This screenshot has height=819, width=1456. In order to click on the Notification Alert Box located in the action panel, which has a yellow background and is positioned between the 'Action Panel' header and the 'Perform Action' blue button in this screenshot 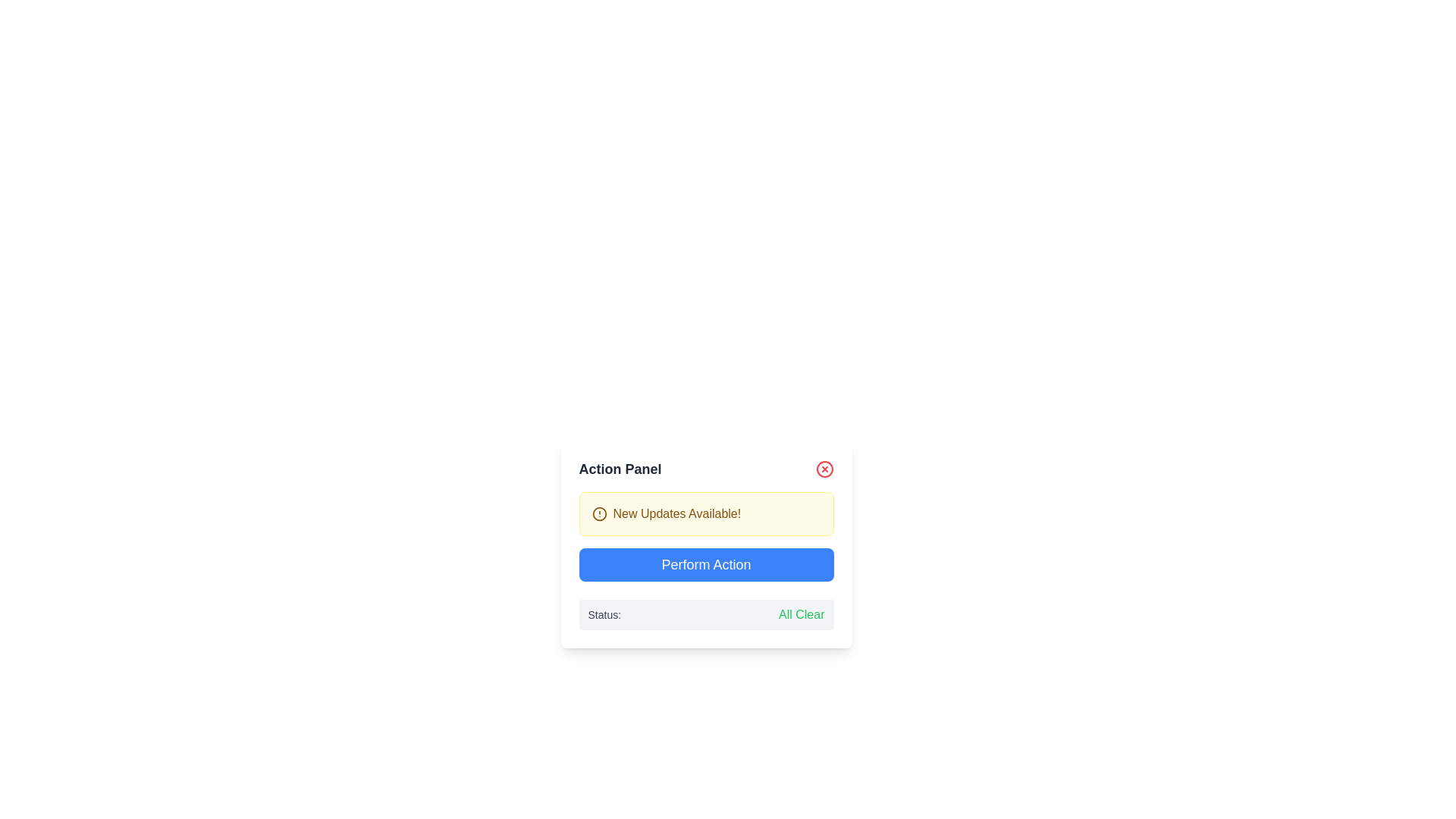, I will do `click(705, 513)`.